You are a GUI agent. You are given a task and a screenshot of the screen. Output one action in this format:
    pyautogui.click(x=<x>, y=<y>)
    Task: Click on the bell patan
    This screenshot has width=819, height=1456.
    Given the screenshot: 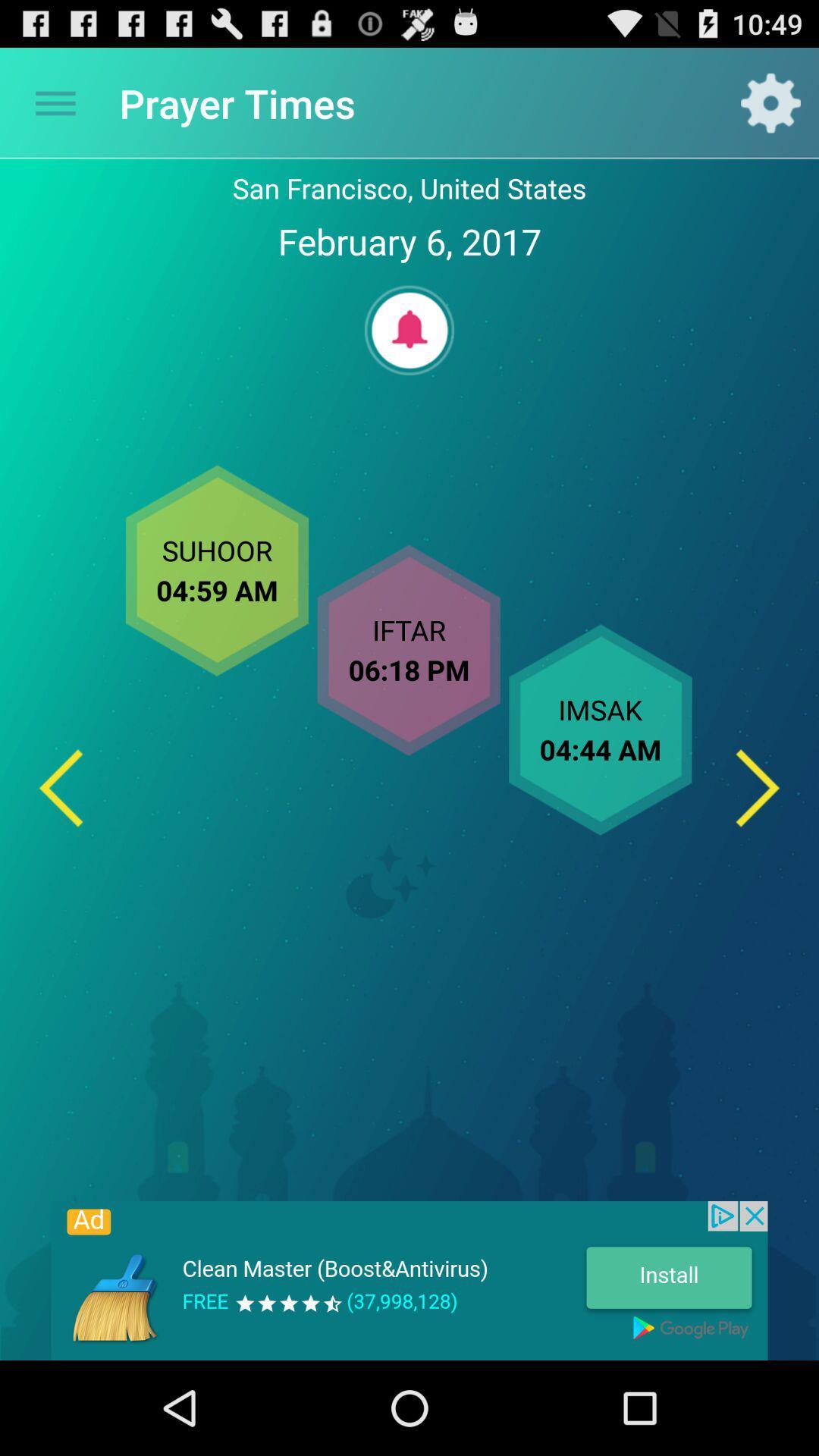 What is the action you would take?
    pyautogui.click(x=409, y=329)
    